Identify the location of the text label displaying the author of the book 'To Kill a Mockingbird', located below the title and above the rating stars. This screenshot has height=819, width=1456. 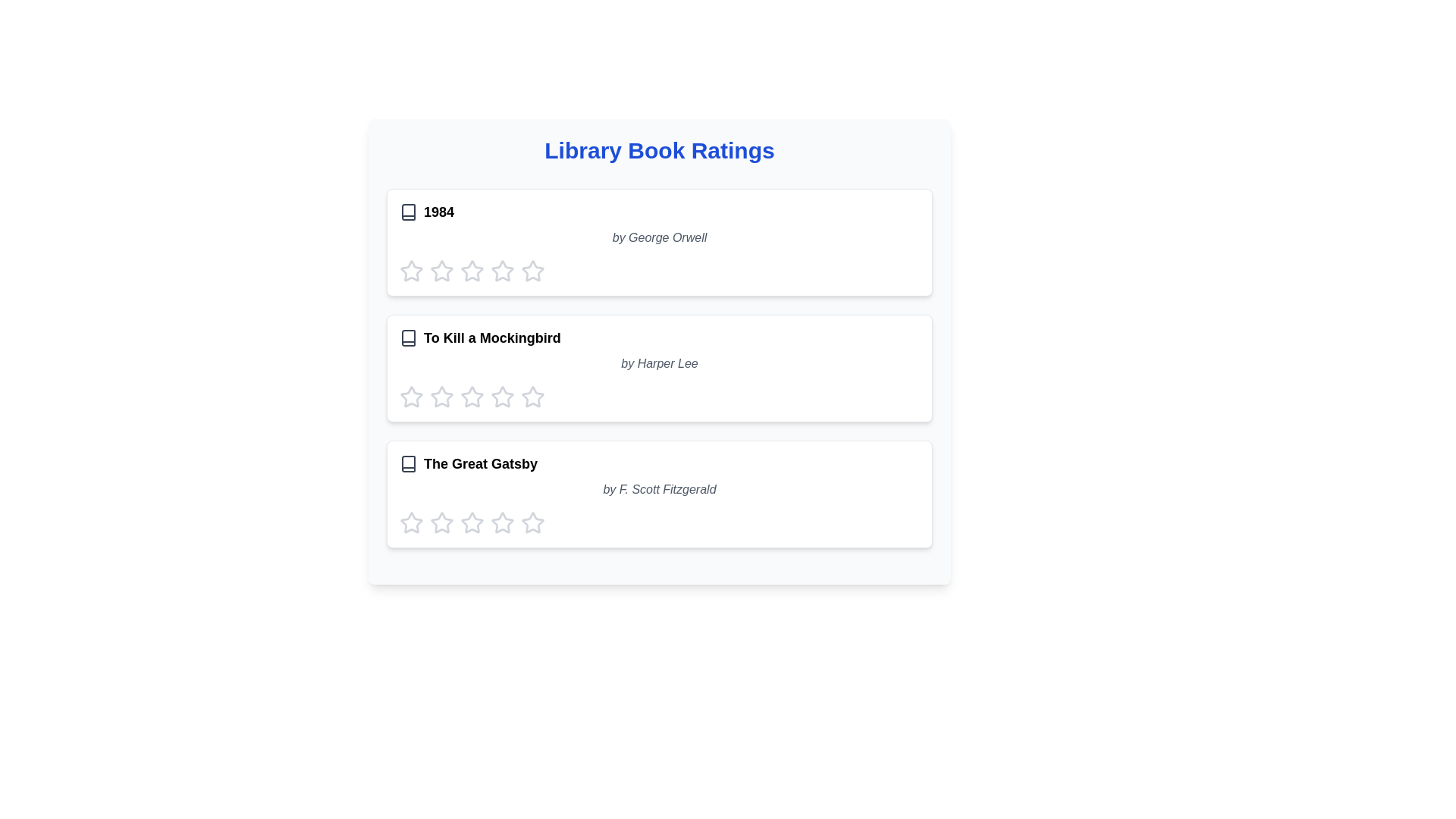
(659, 363).